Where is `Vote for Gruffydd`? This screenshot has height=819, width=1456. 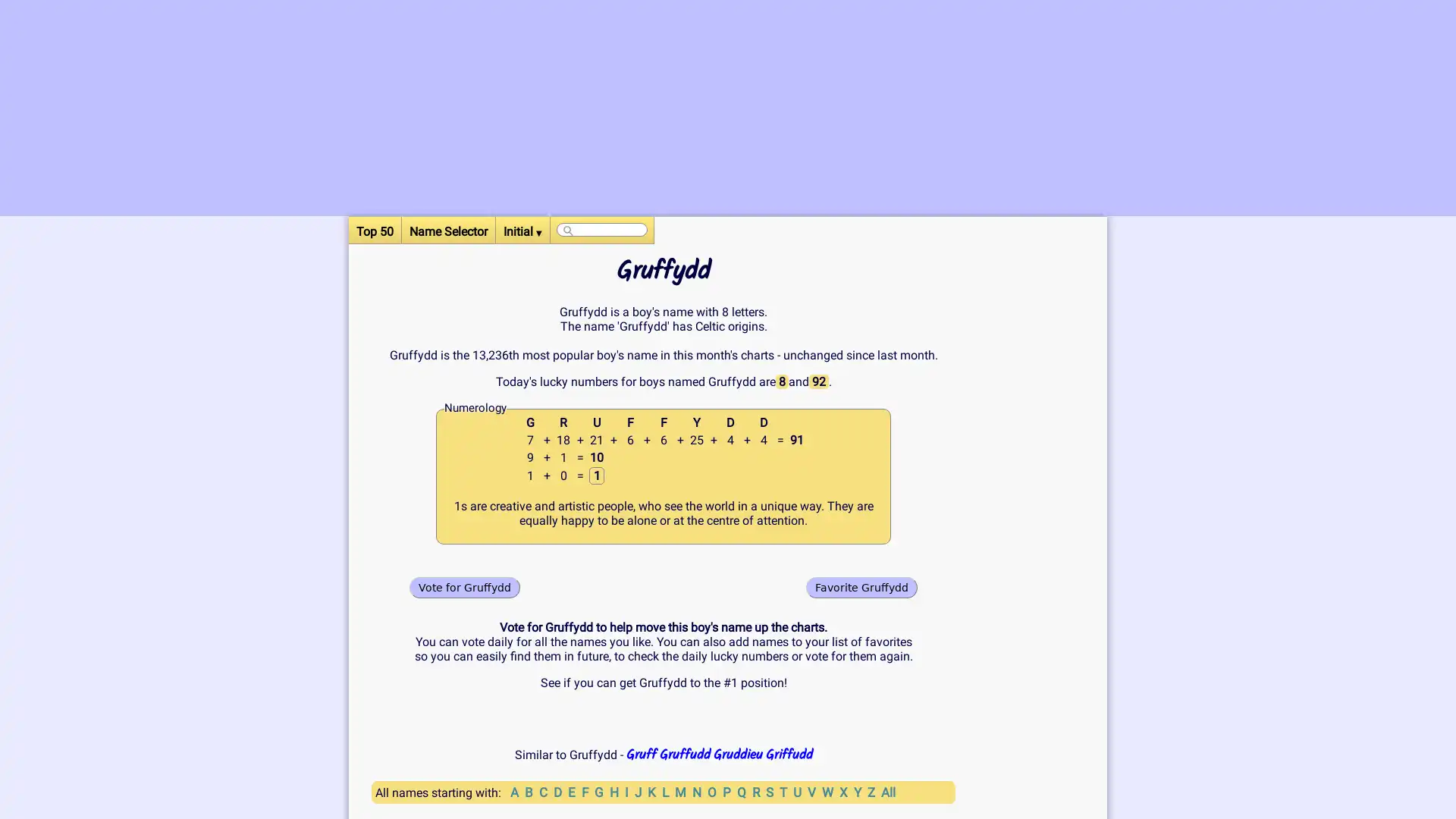 Vote for Gruffydd is located at coordinates (464, 586).